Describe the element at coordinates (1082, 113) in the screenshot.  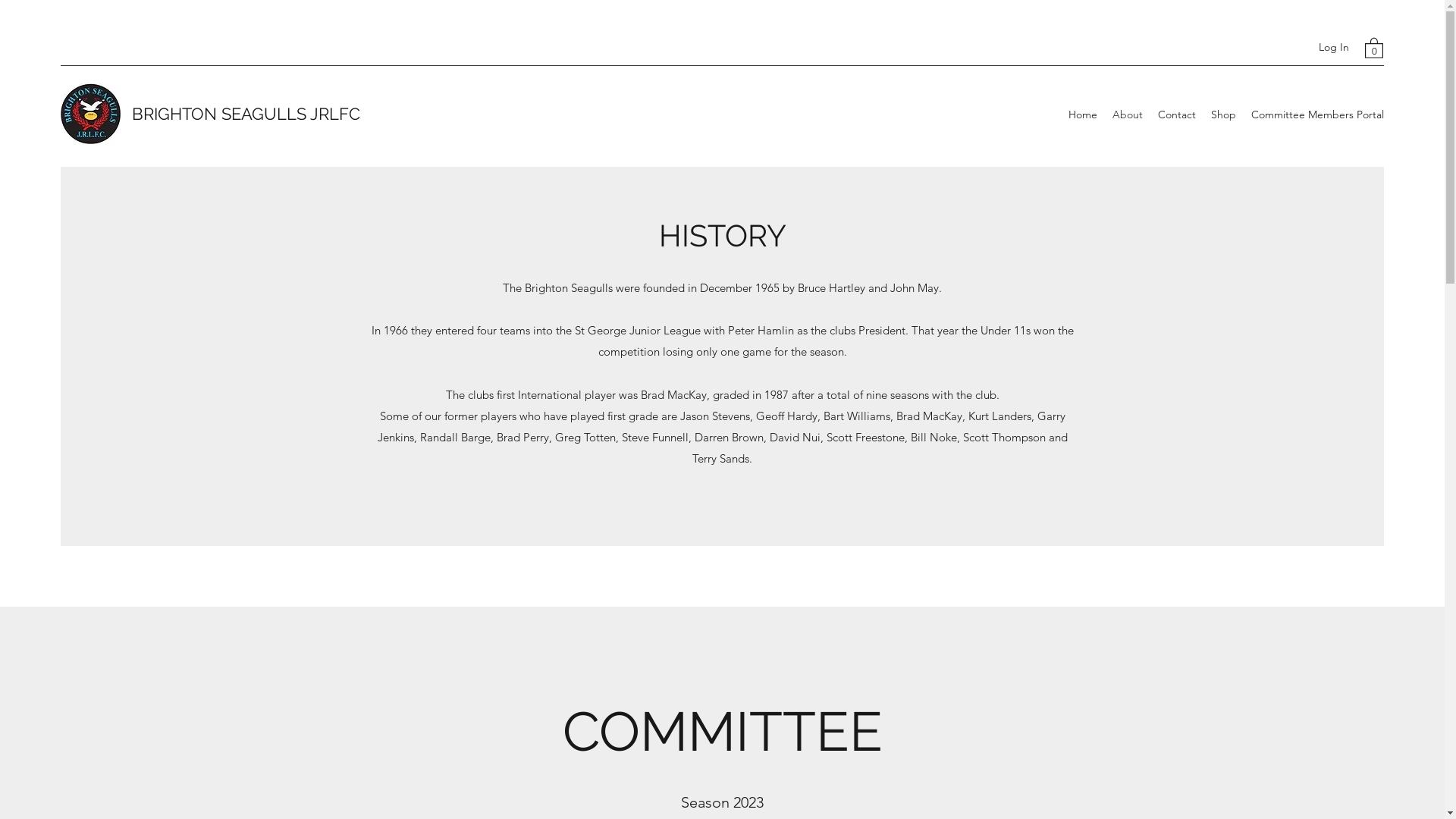
I see `'Home'` at that location.